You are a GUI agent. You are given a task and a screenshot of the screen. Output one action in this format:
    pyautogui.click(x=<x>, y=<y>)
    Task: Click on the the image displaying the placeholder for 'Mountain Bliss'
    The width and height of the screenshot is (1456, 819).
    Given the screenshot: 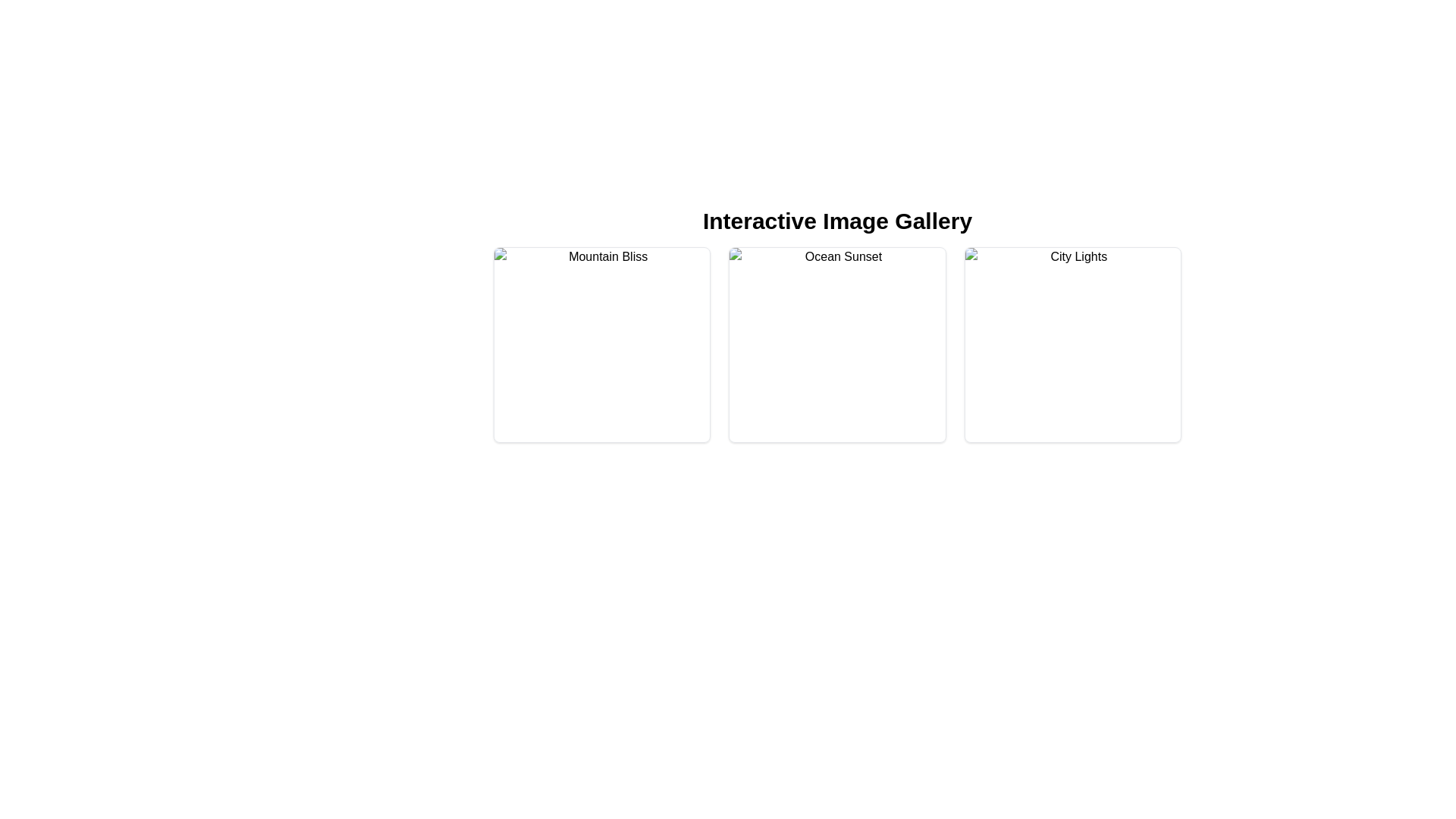 What is the action you would take?
    pyautogui.click(x=601, y=345)
    